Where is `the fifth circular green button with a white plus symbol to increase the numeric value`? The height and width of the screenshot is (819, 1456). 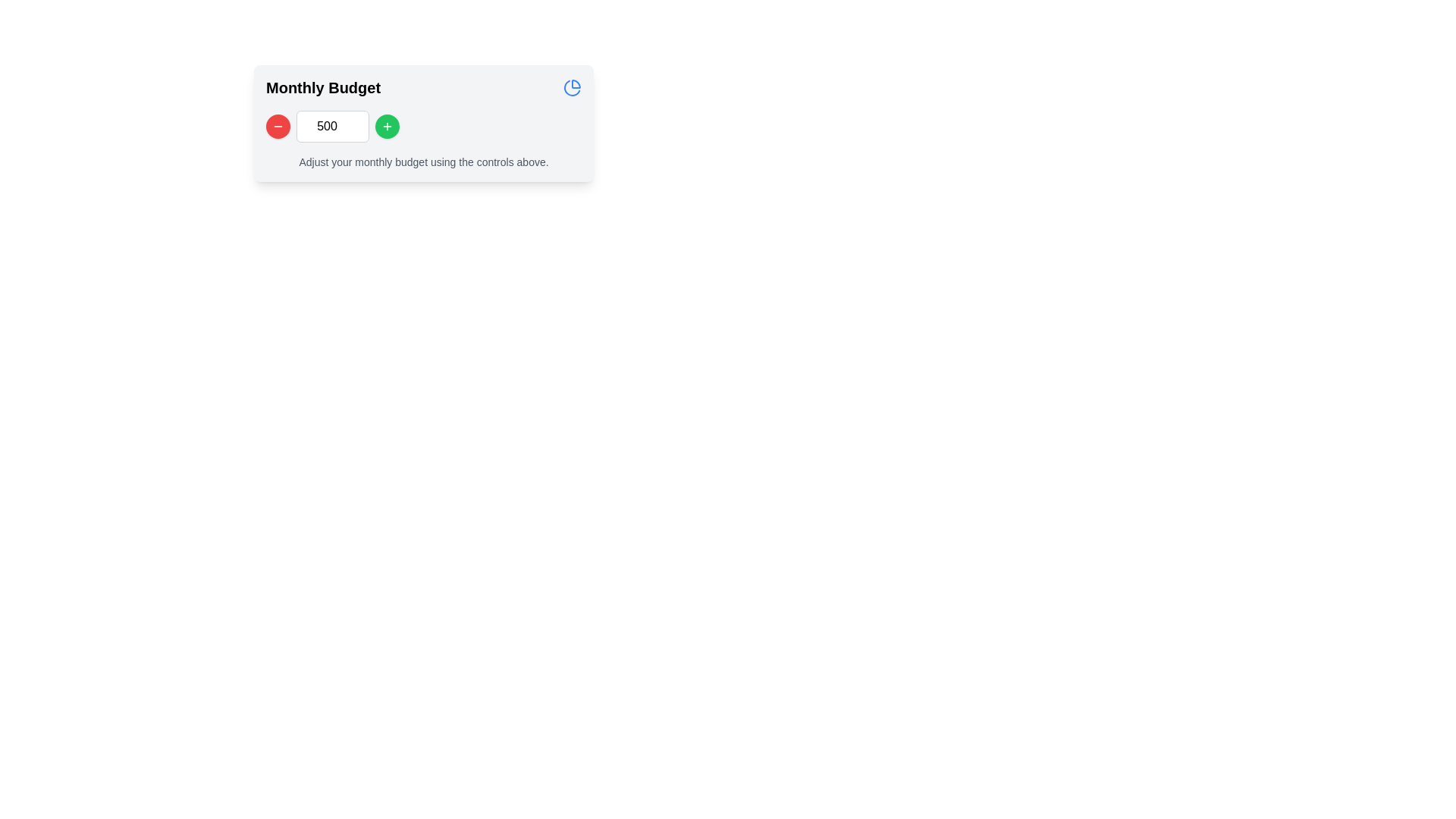 the fifth circular green button with a white plus symbol to increase the numeric value is located at coordinates (387, 125).